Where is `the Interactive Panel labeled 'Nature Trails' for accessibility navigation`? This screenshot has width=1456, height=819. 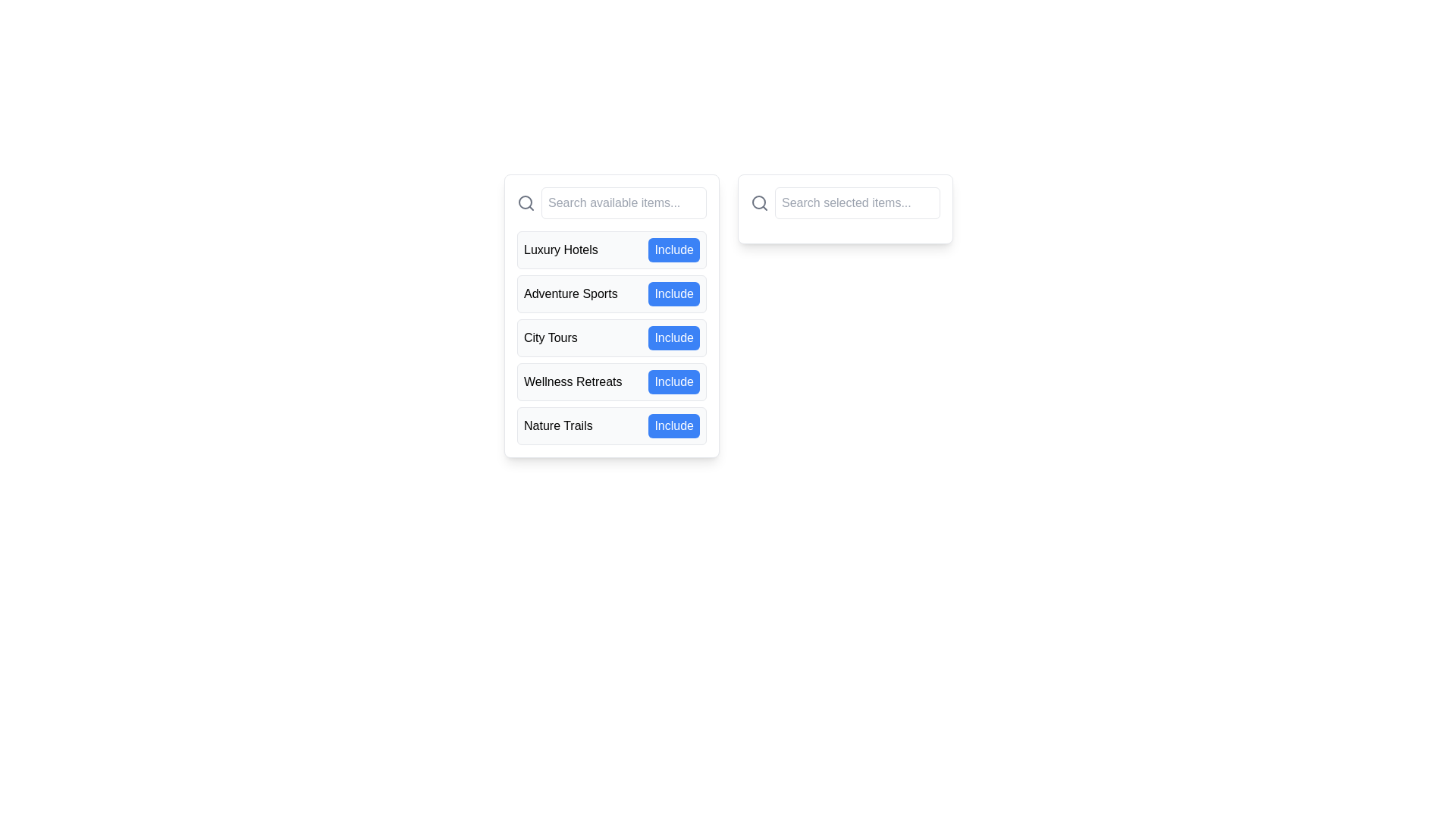 the Interactive Panel labeled 'Nature Trails' for accessibility navigation is located at coordinates (611, 426).